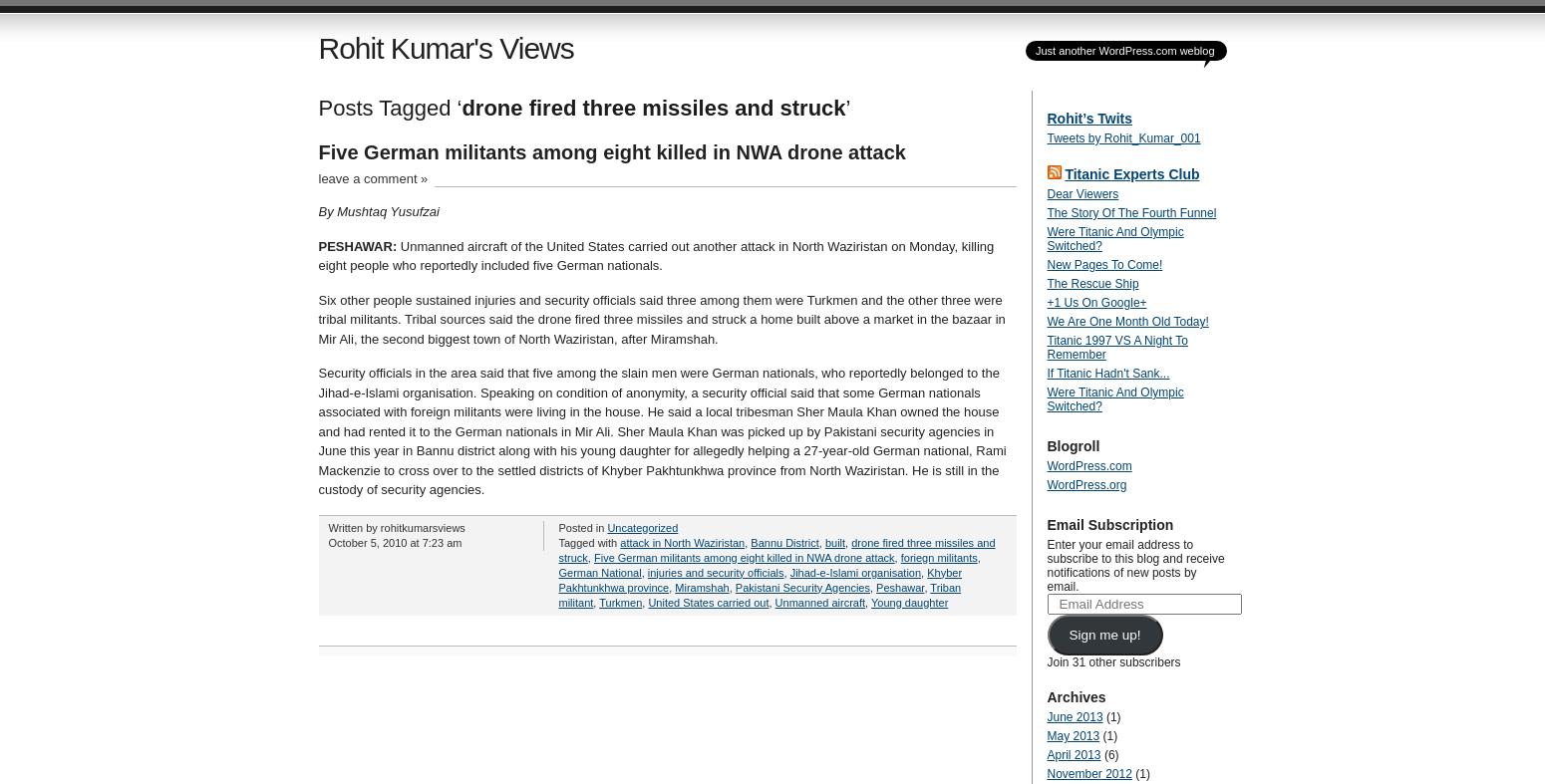  Describe the element at coordinates (854, 571) in the screenshot. I see `'Jihad-e-Islami organisation'` at that location.